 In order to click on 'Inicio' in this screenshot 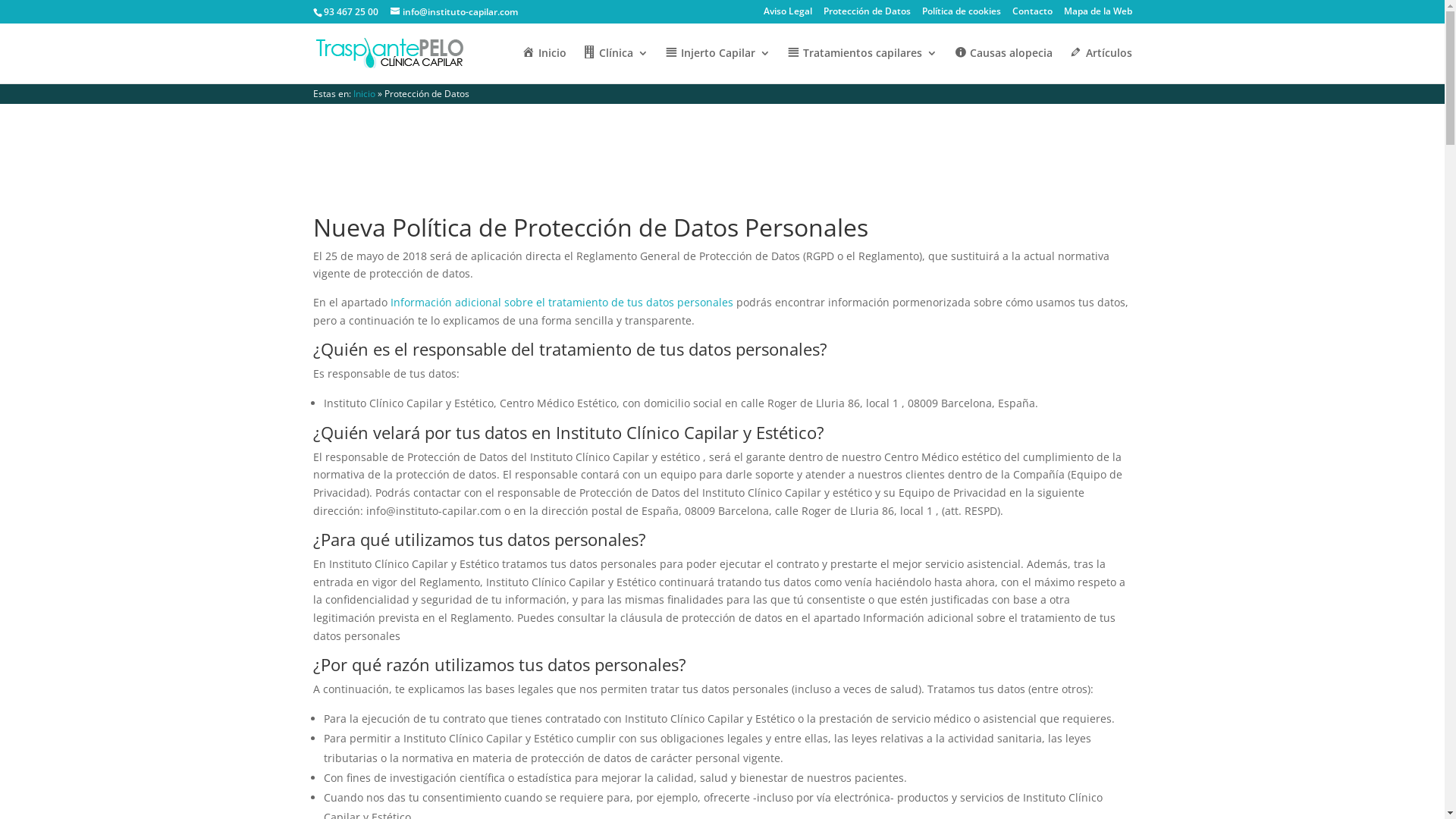, I will do `click(543, 64)`.